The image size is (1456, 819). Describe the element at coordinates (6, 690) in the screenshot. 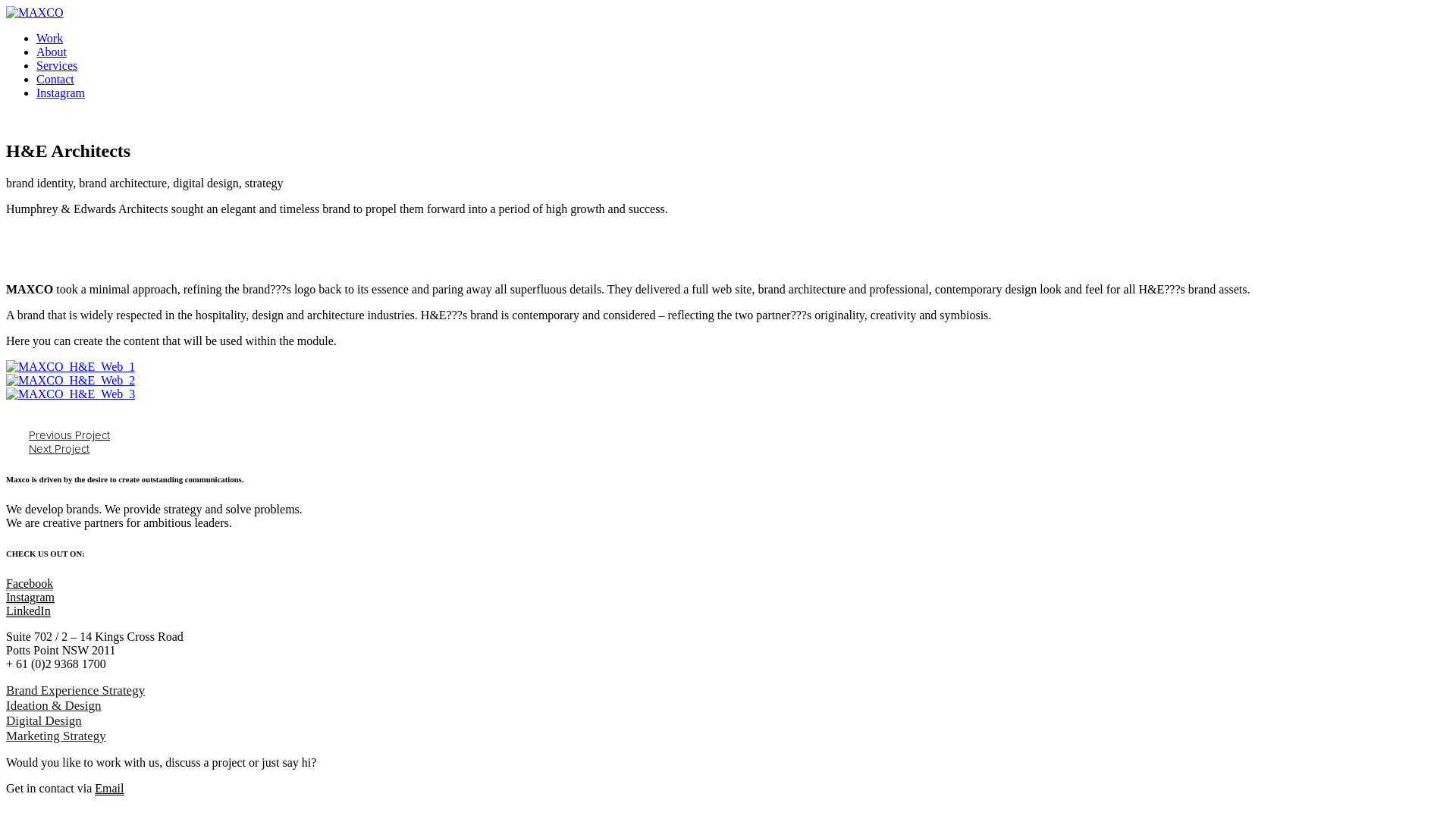

I see `'Brand Experience Strategy'` at that location.